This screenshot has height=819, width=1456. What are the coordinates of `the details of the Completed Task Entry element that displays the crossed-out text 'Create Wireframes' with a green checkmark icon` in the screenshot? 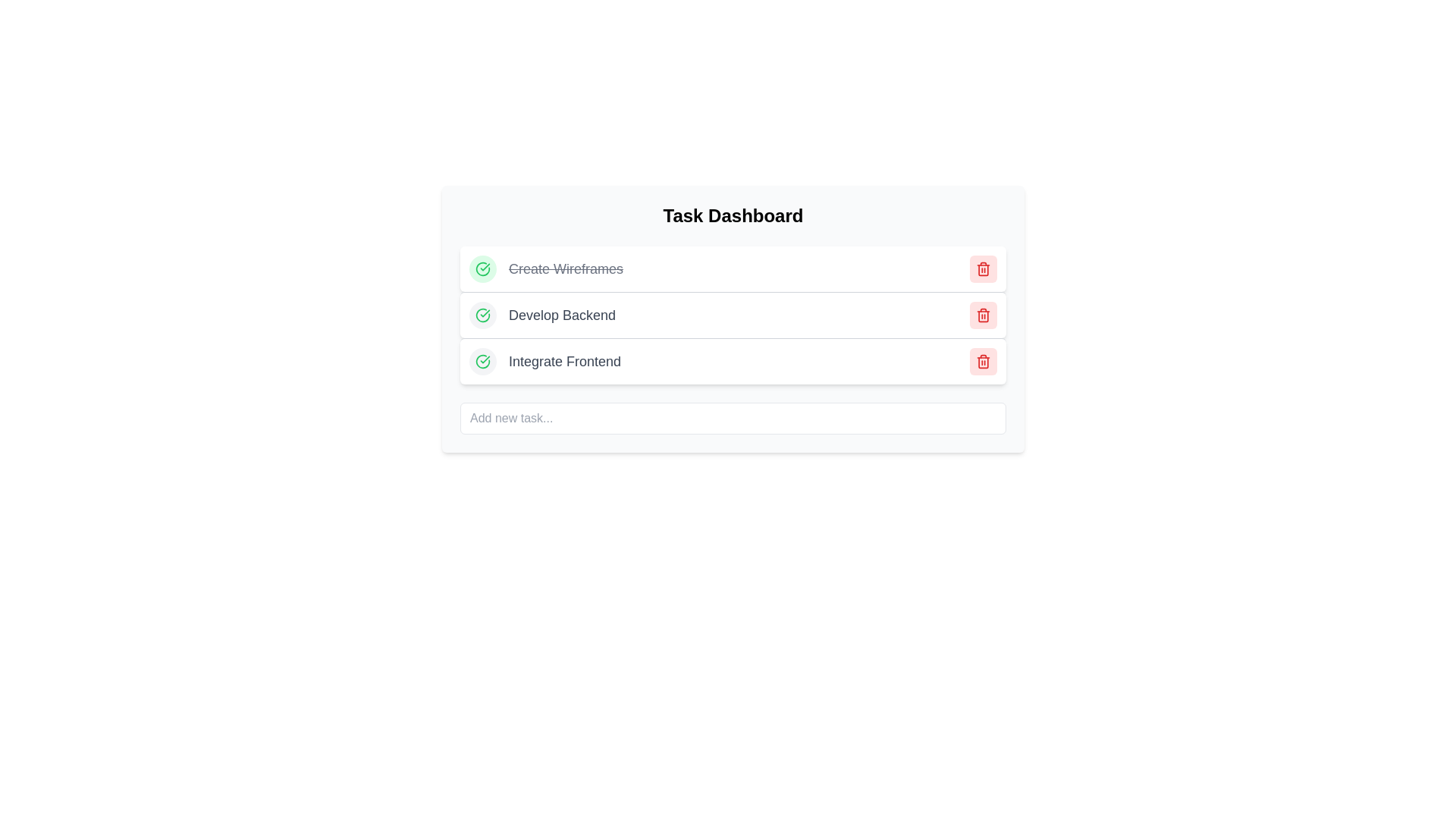 It's located at (546, 268).